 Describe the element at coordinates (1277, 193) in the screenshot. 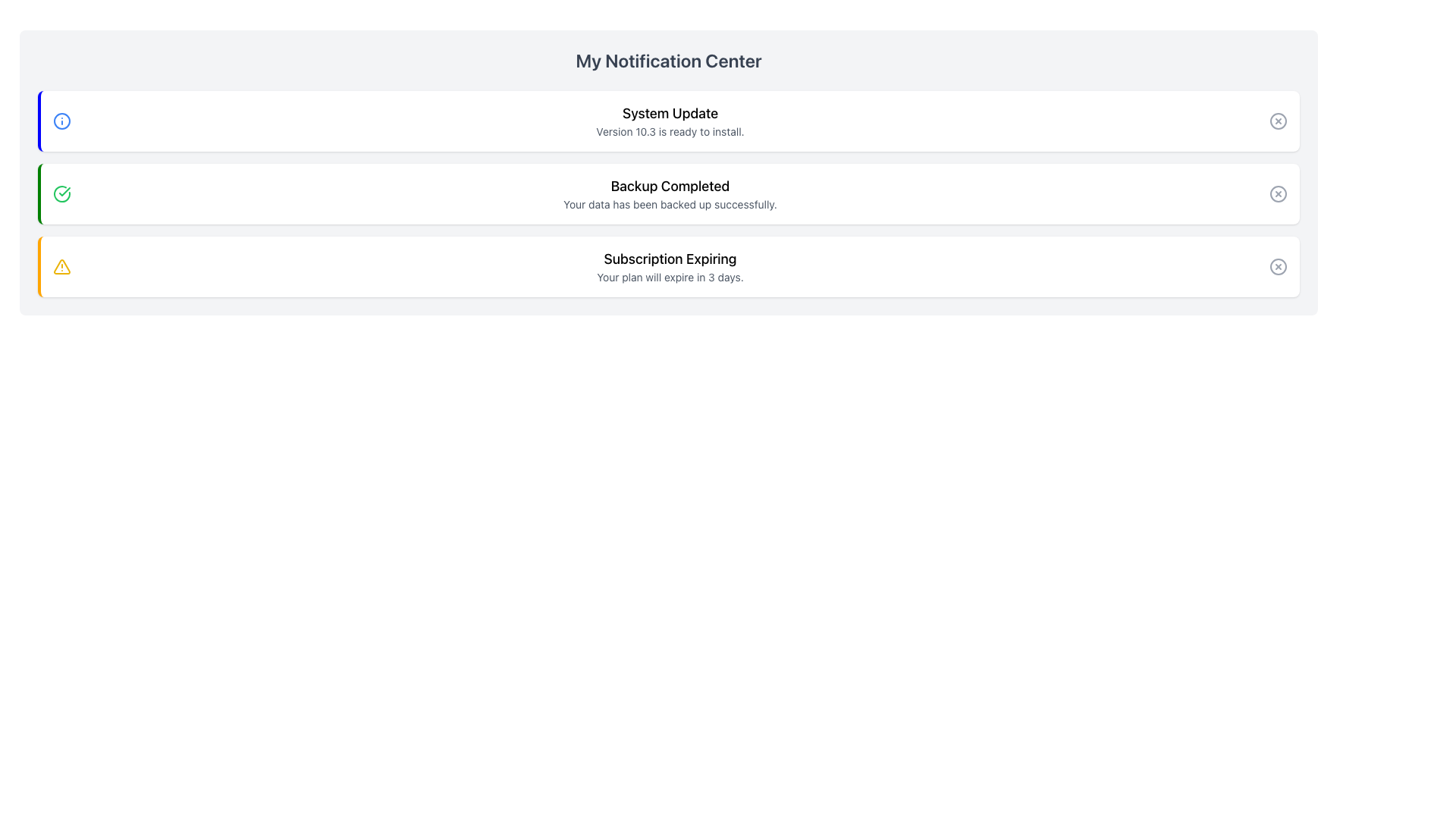

I see `the icon button located in the top-right corner of the 'Backup Completed' notification card` at that location.